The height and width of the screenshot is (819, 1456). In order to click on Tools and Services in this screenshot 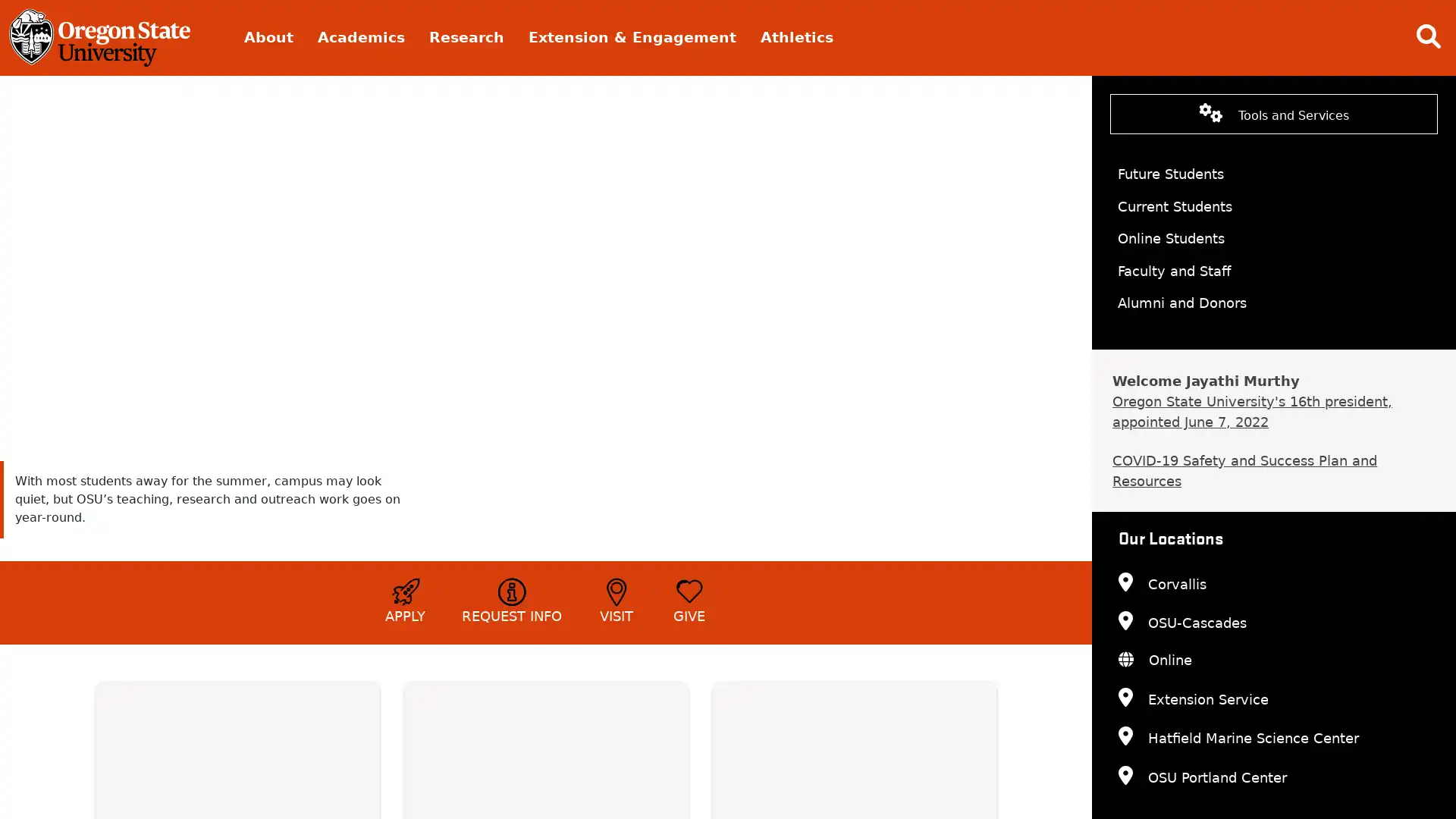, I will do `click(1274, 113)`.